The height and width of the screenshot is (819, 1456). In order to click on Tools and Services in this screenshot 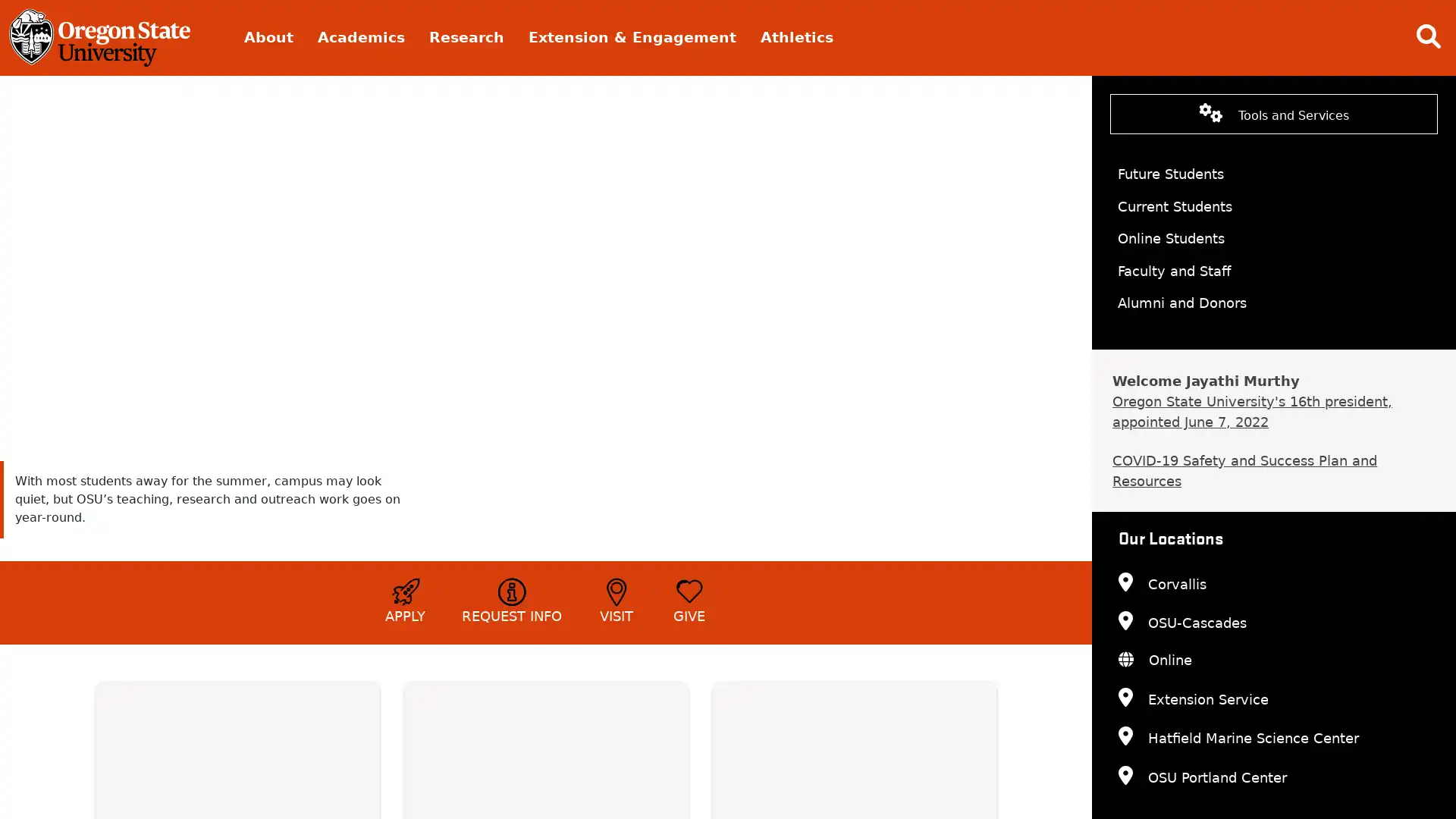, I will do `click(1274, 113)`.